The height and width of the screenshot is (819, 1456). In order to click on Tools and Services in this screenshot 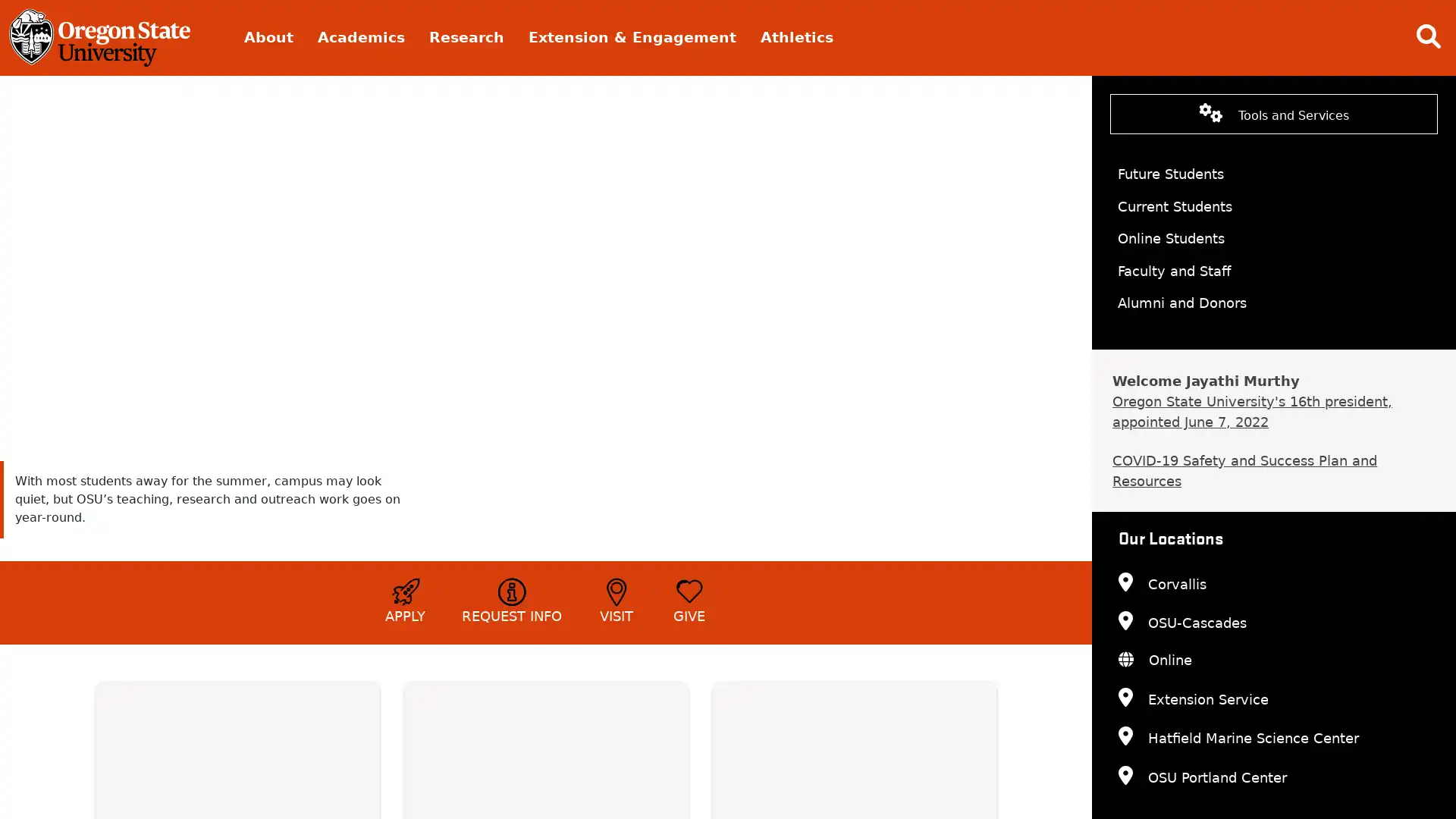, I will do `click(1274, 113)`.